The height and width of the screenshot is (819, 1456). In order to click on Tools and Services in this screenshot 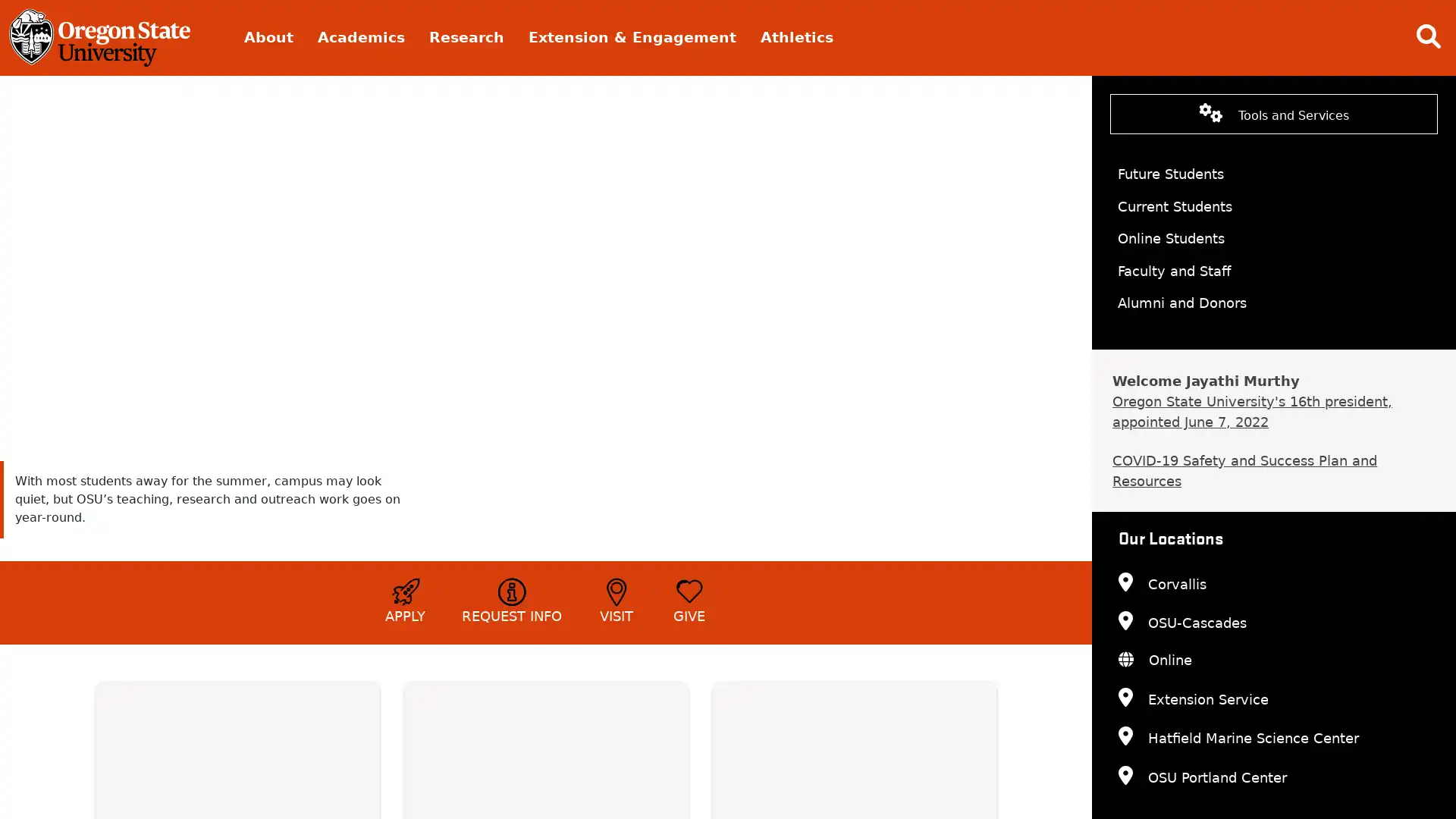, I will do `click(1274, 113)`.